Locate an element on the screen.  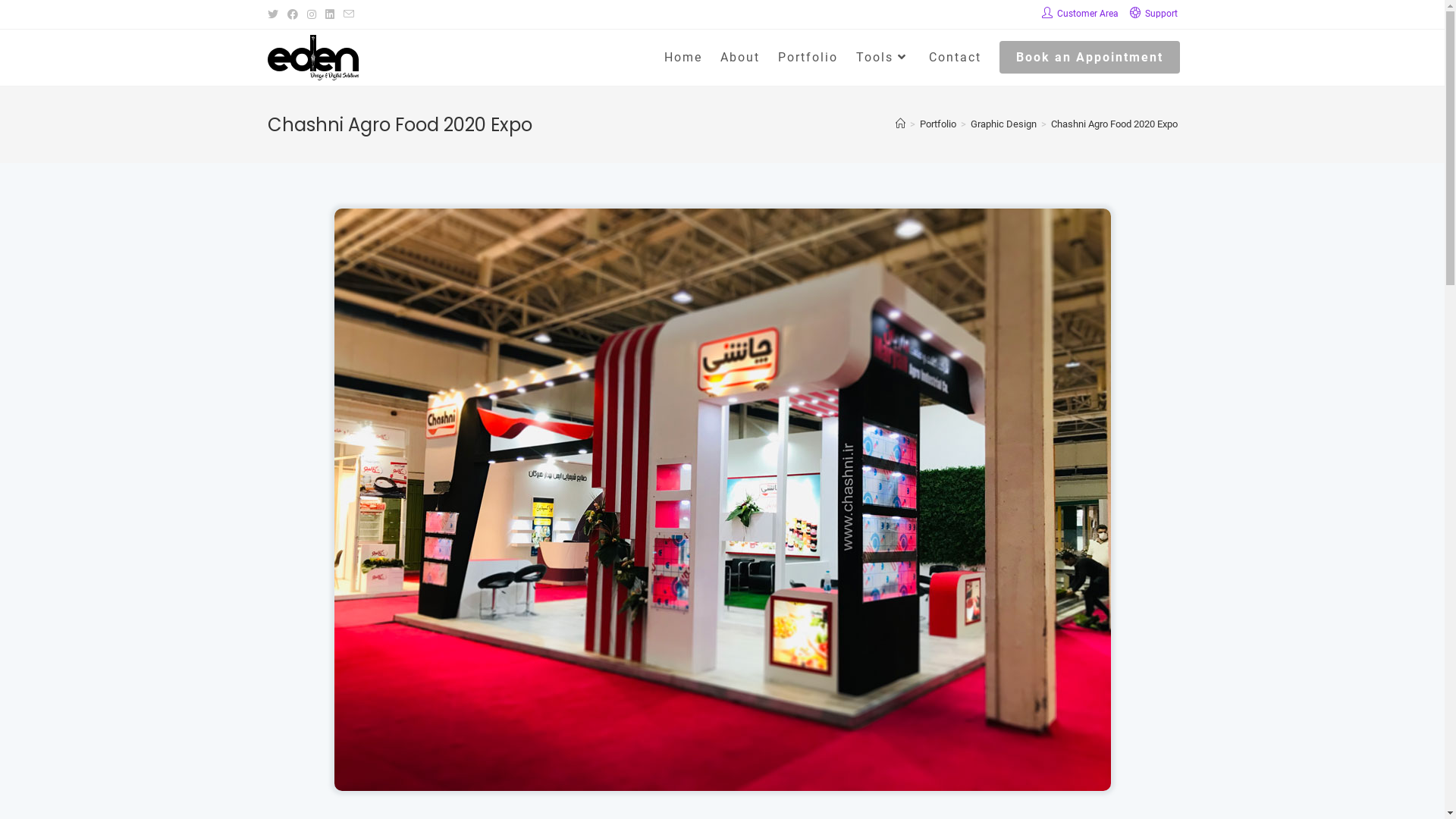
'info@eden.bz' is located at coordinates (352, 654).